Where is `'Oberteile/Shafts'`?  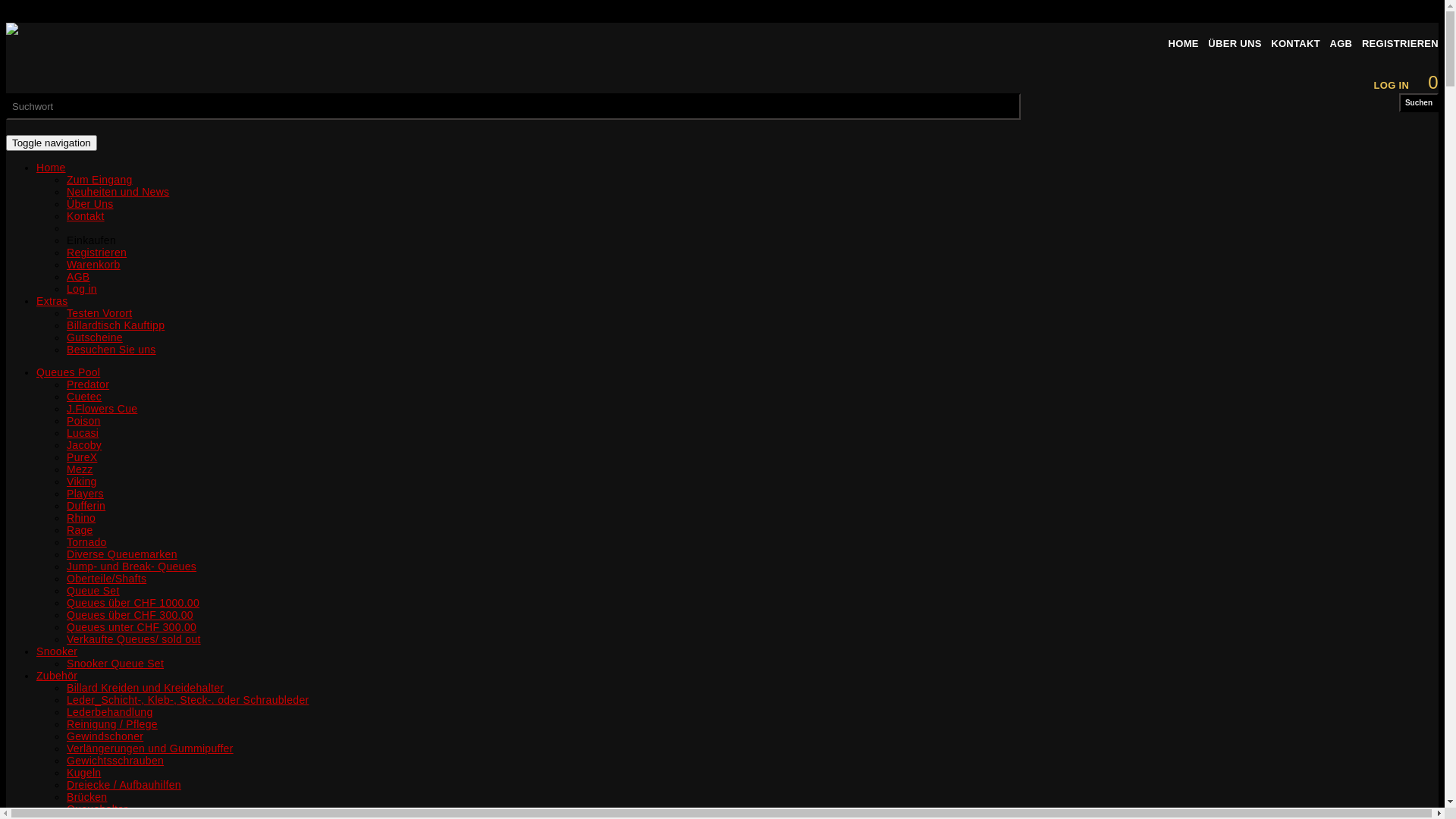
'Oberteile/Shafts' is located at coordinates (105, 579).